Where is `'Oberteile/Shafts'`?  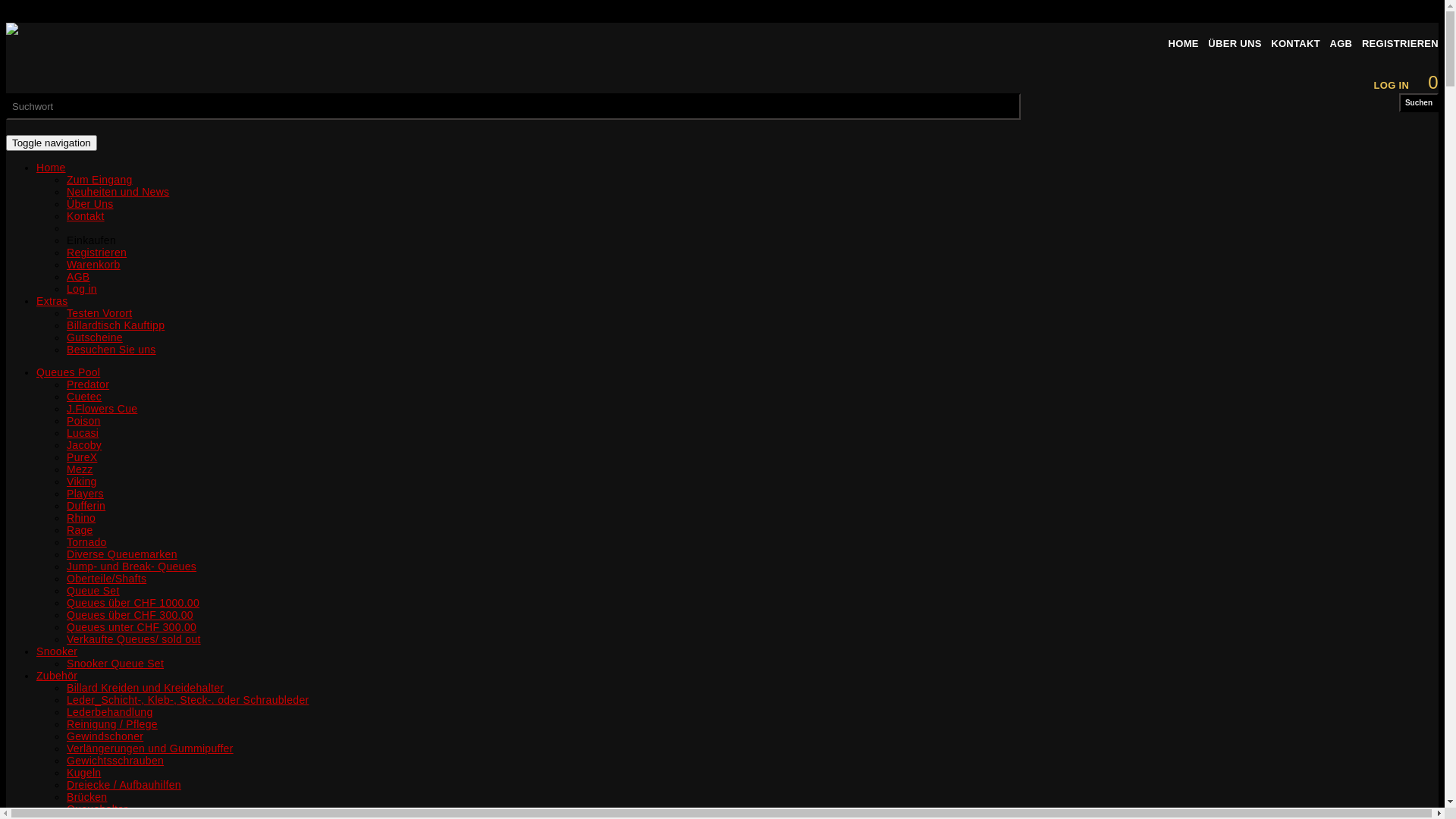
'Oberteile/Shafts' is located at coordinates (105, 579).